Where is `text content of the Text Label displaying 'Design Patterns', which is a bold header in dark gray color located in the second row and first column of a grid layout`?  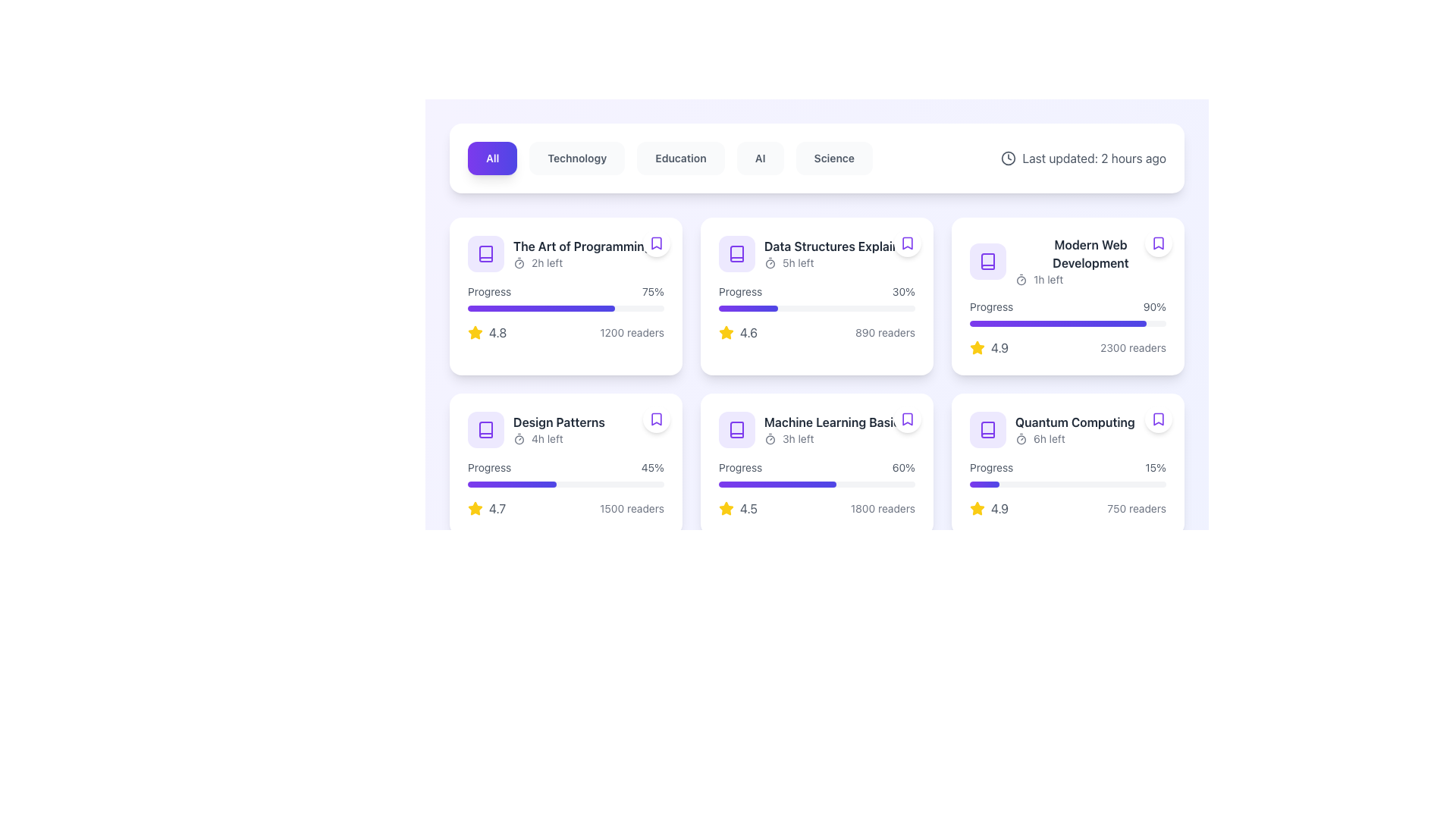
text content of the Text Label displaying 'Design Patterns', which is a bold header in dark gray color located in the second row and first column of a grid layout is located at coordinates (558, 422).